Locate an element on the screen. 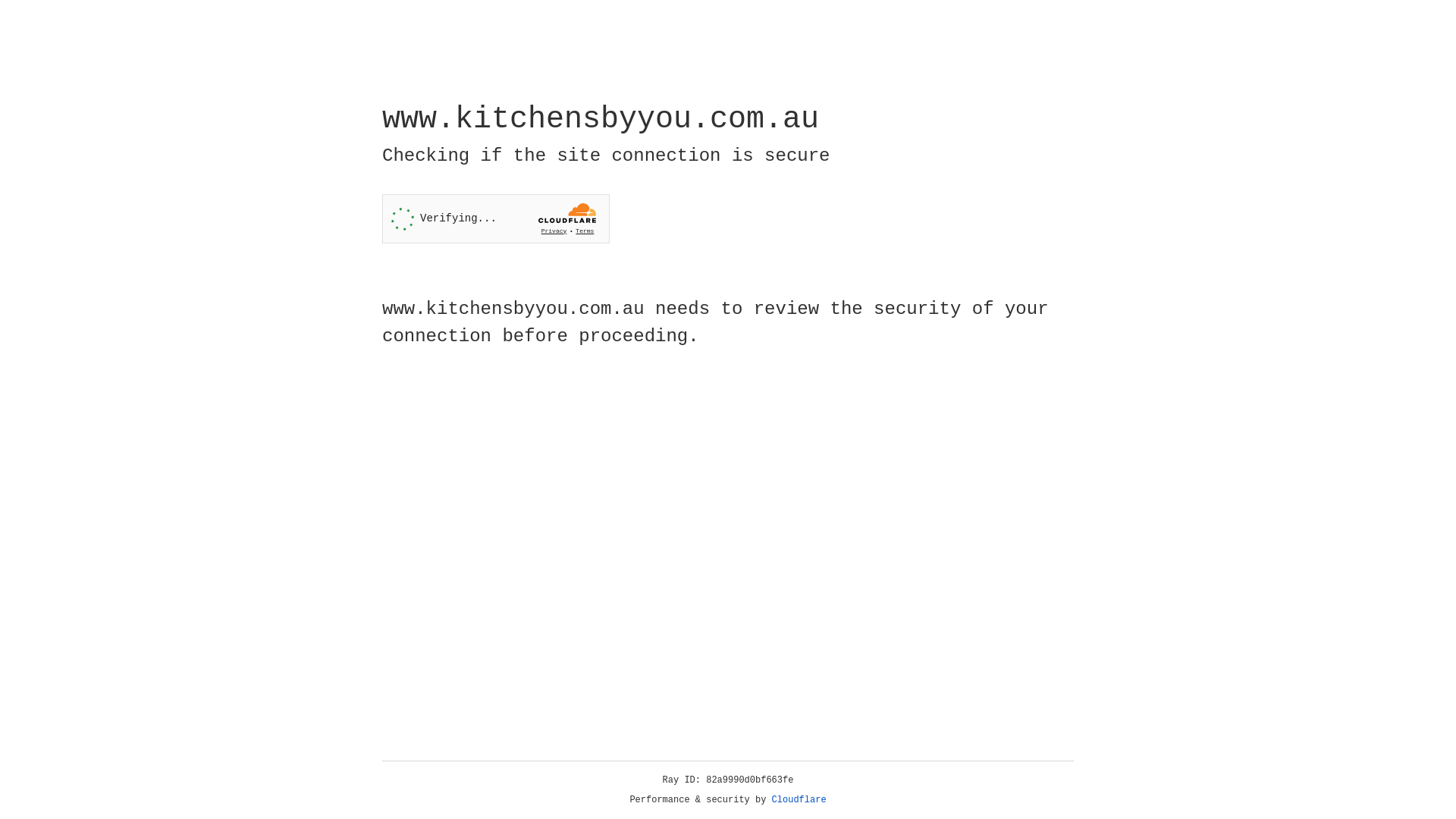 The image size is (1456, 819). 'Cloudflare' is located at coordinates (799, 799).